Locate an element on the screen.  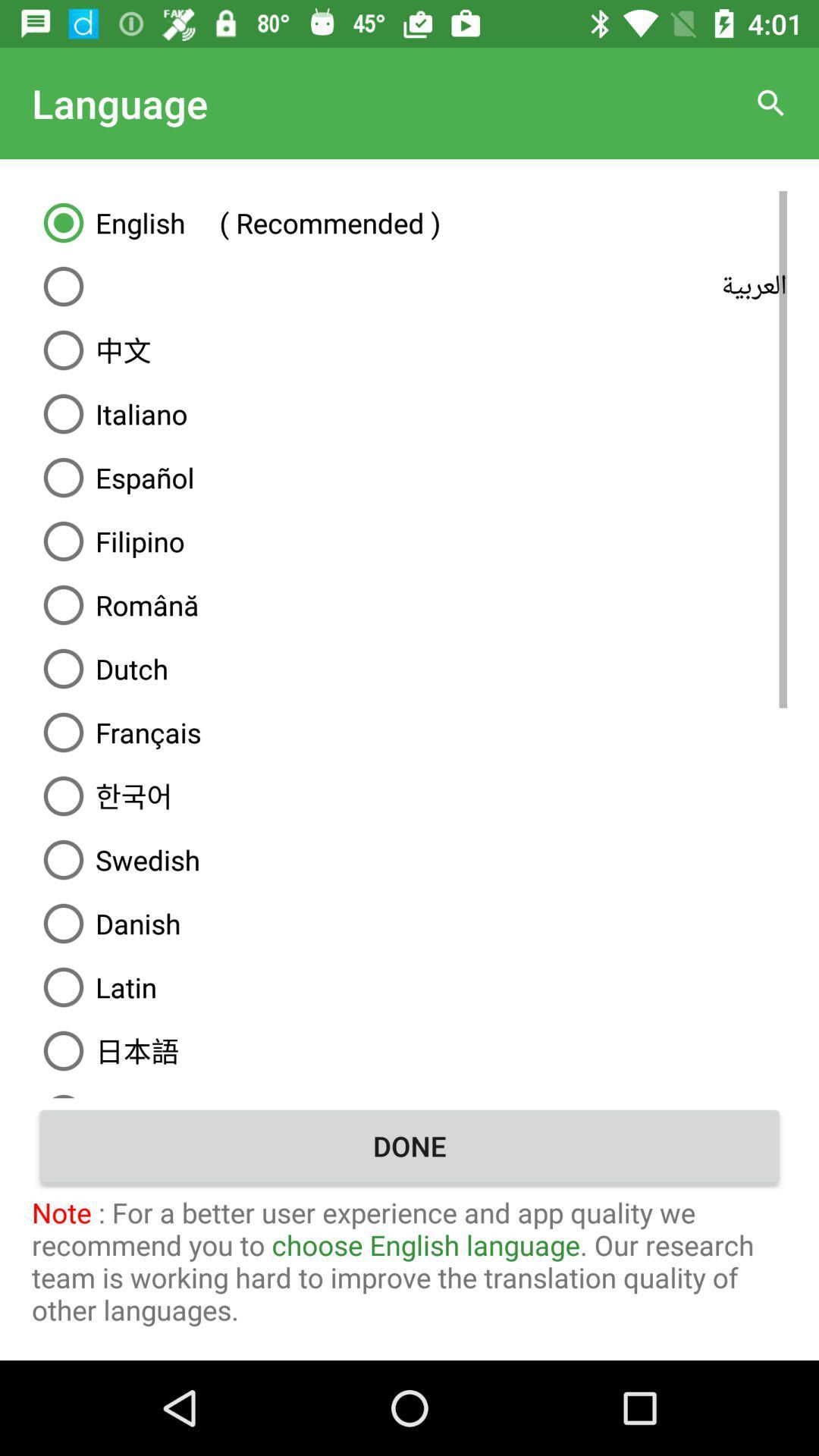
italiano icon is located at coordinates (409, 414).